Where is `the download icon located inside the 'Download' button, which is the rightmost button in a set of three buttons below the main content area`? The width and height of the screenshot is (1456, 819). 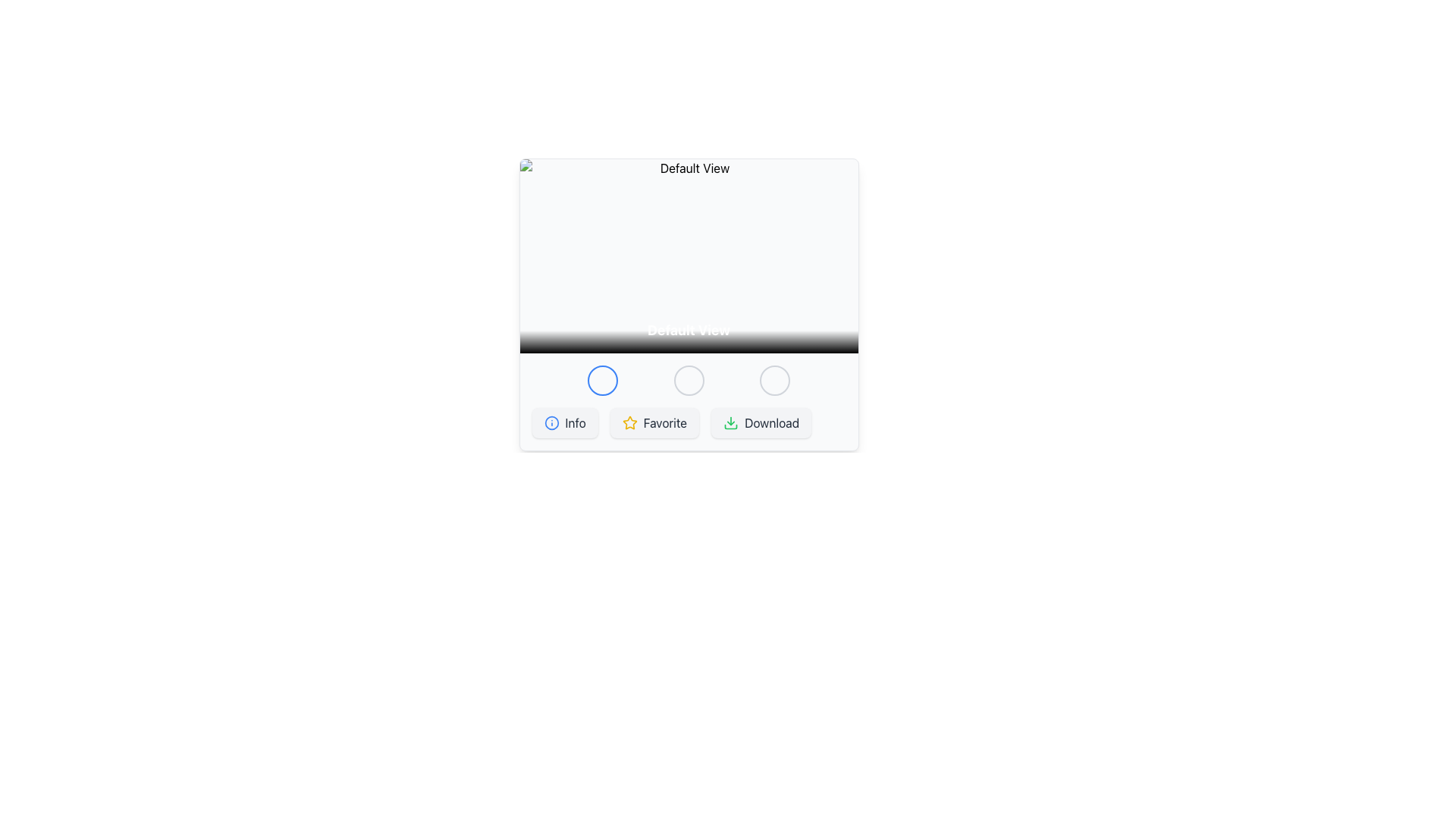
the download icon located inside the 'Download' button, which is the rightmost button in a set of three buttons below the main content area is located at coordinates (731, 423).